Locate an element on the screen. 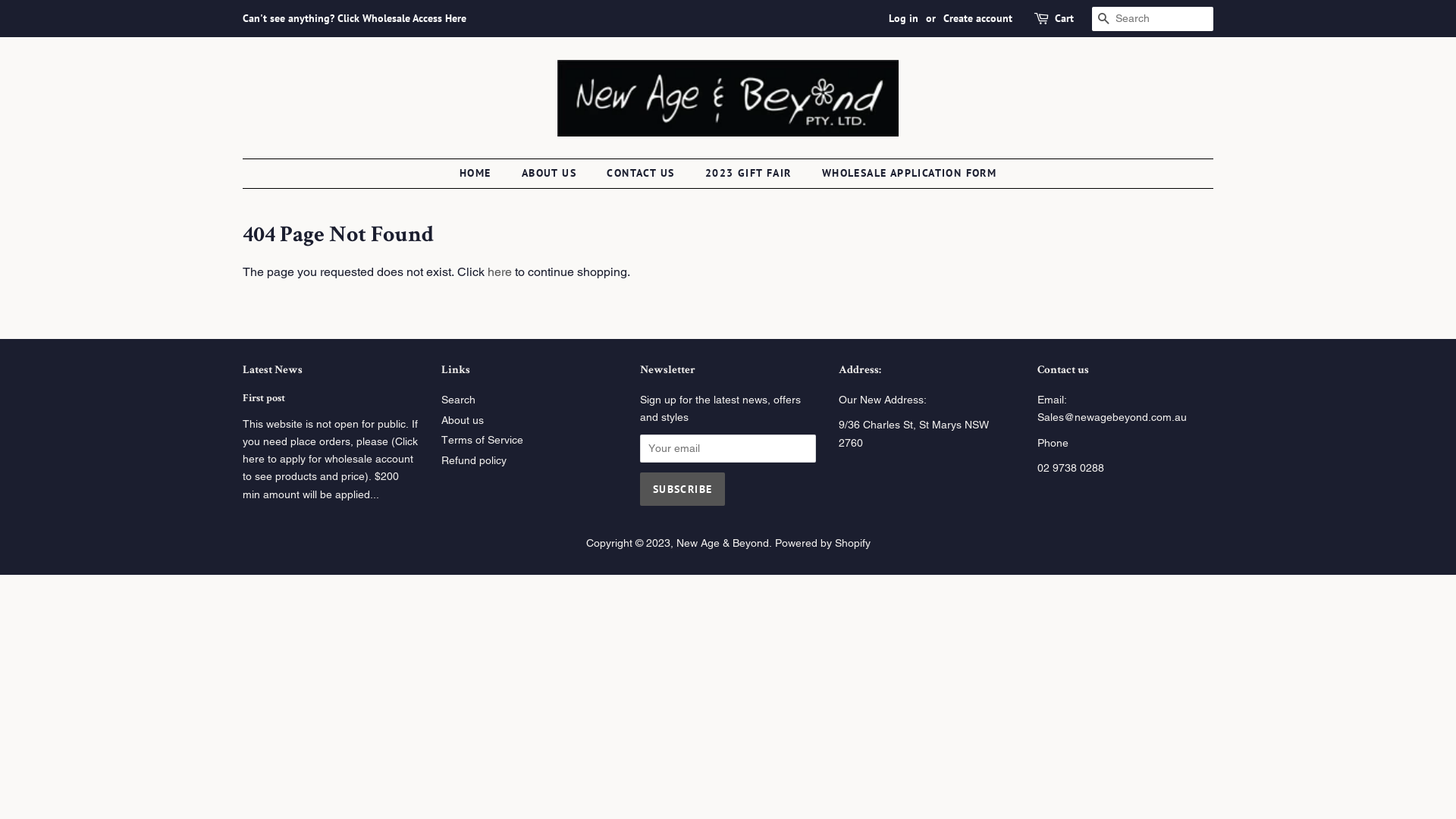 Image resolution: width=1456 pixels, height=819 pixels. 'Can't see anything? Click Wholesale Access Here' is located at coordinates (353, 17).